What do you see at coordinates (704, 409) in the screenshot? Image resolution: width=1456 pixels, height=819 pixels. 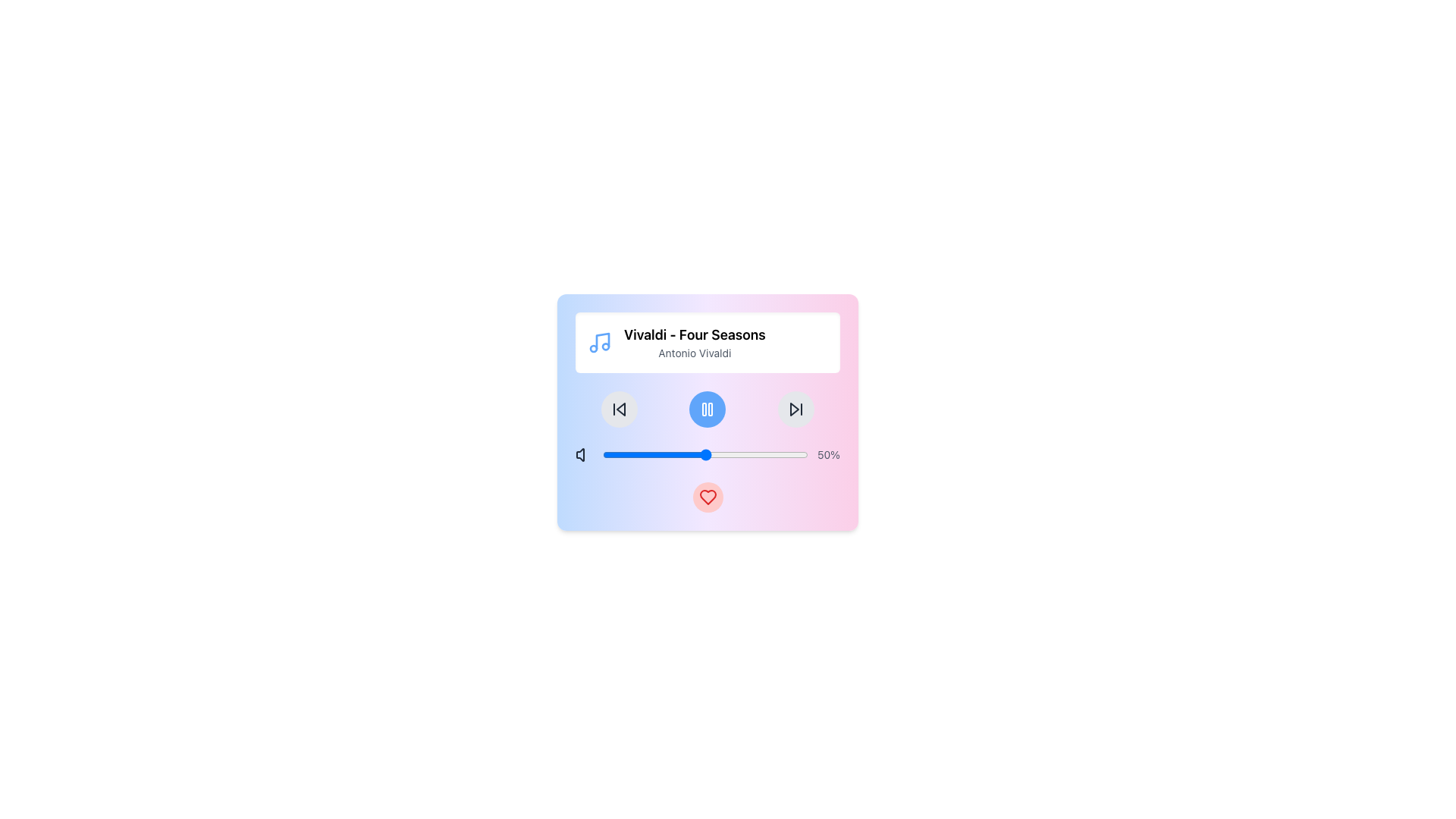 I see `the second vertical rectangular bar of the pause button icon located at the center of the lower half of the interface` at bounding box center [704, 409].